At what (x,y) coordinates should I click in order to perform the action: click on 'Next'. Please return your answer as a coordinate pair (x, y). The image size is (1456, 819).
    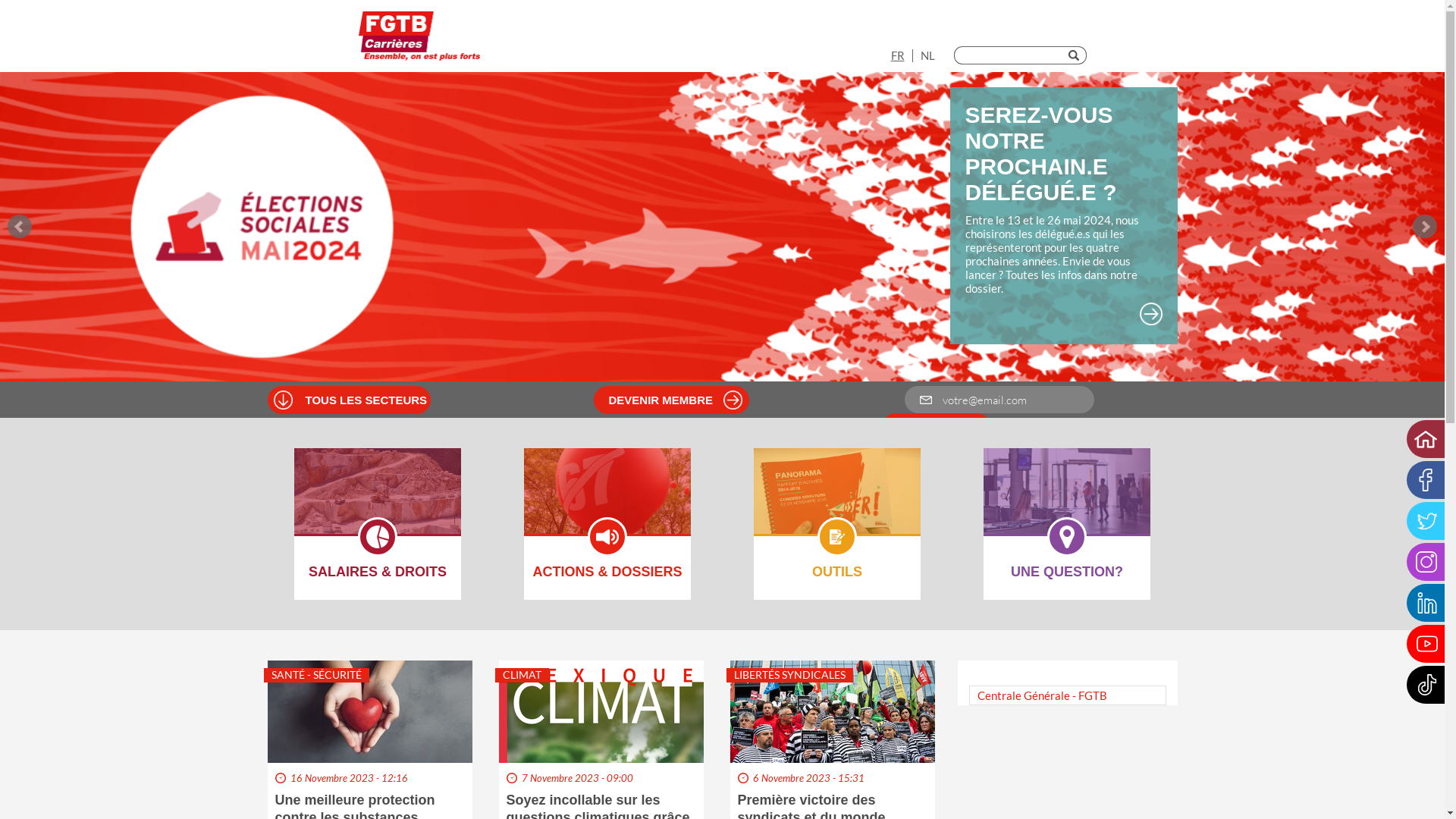
    Looking at the image, I should click on (1423, 227).